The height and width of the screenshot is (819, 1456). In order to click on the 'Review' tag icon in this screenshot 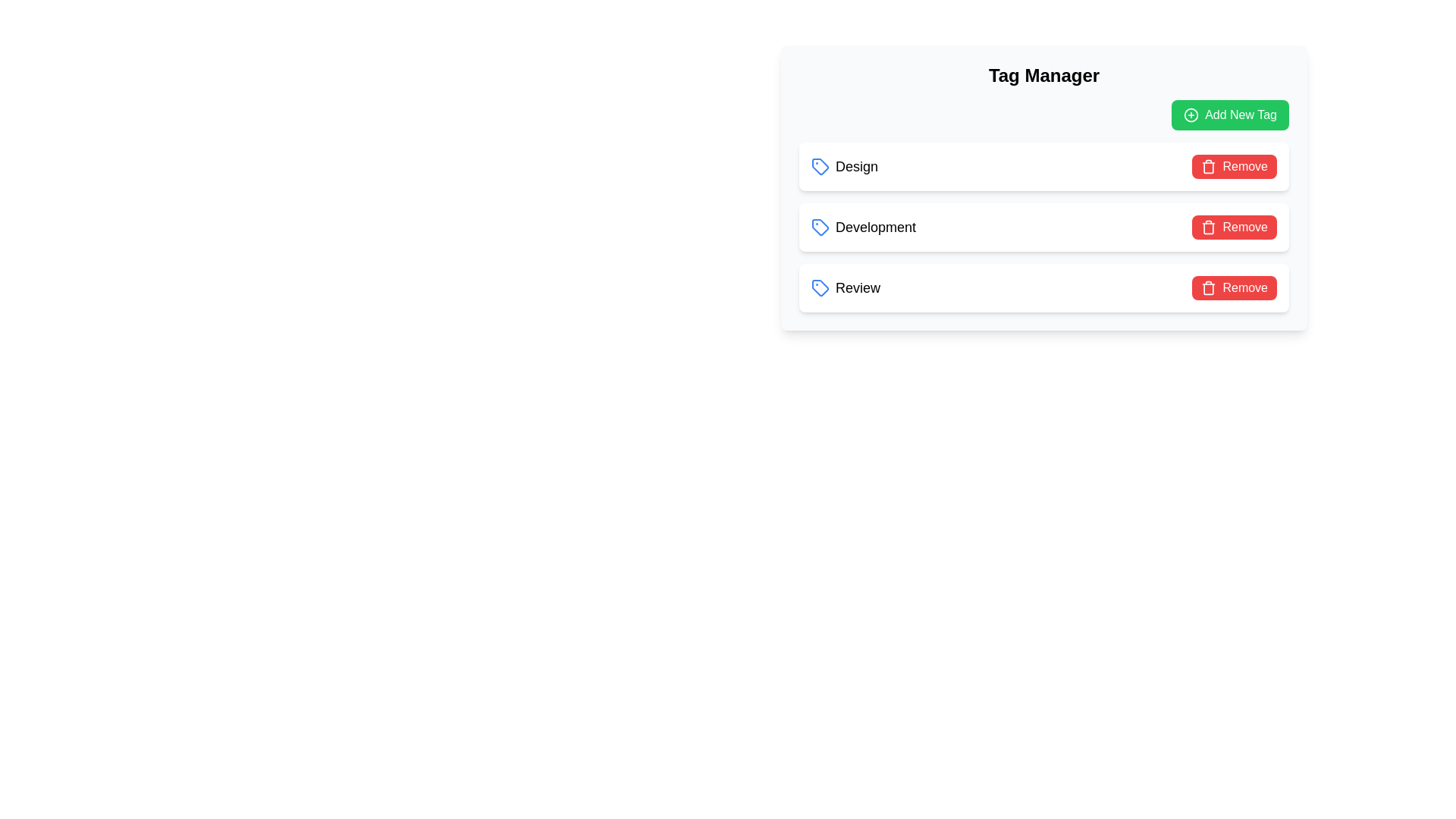, I will do `click(819, 288)`.